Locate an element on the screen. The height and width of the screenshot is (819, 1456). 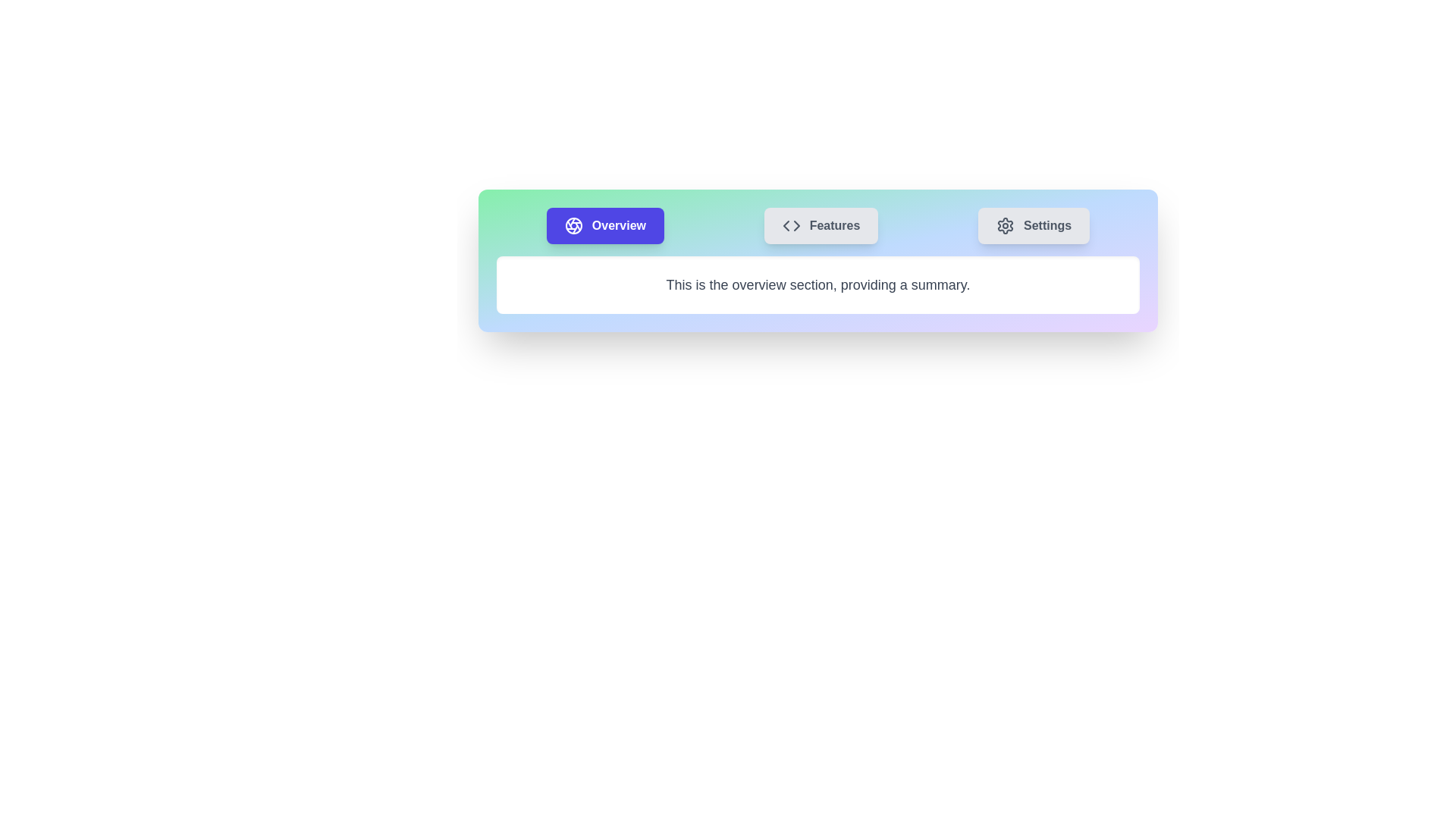
the tab titled Settings to observe its icon and title is located at coordinates (1033, 225).